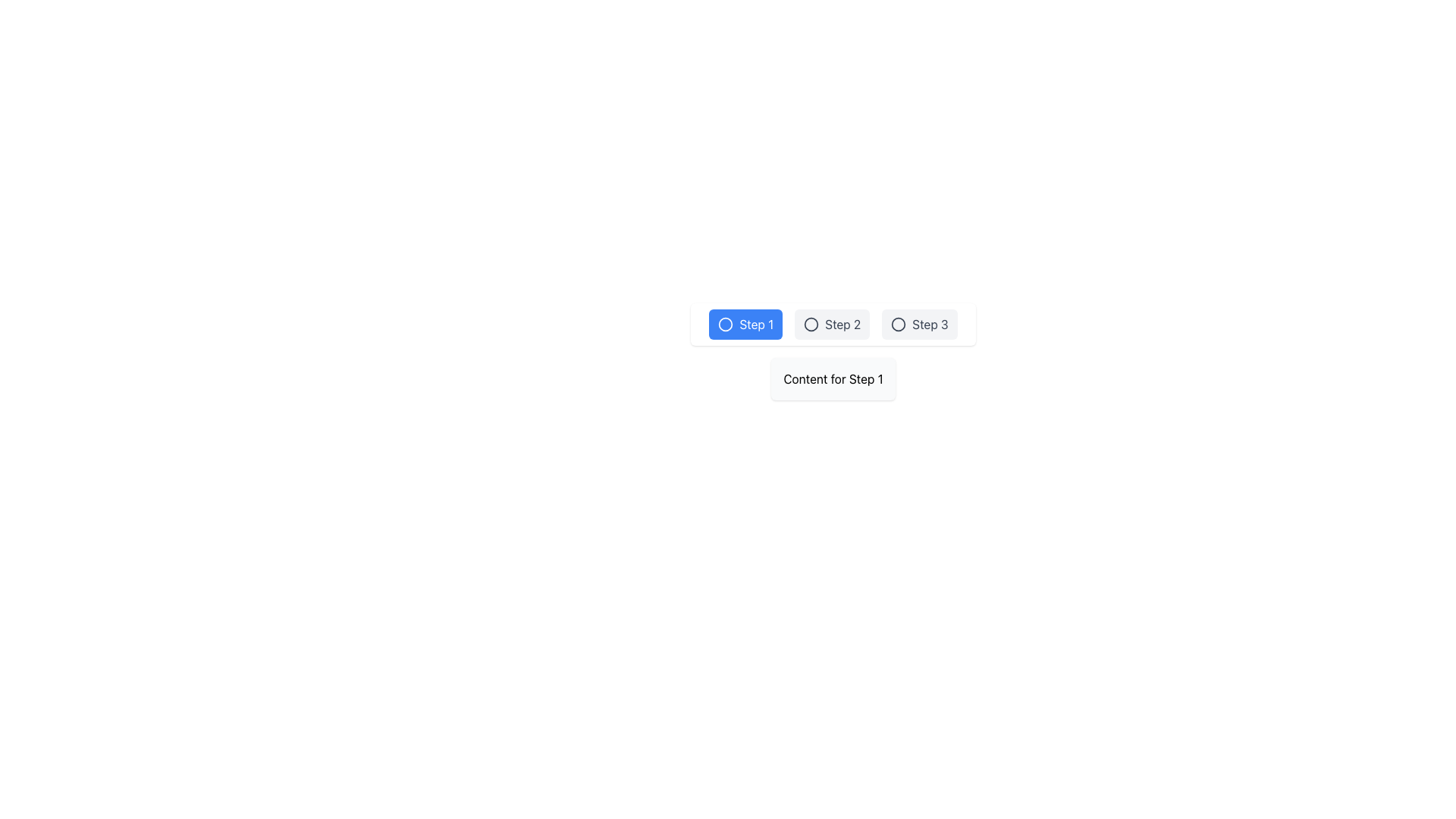 This screenshot has width=1456, height=819. Describe the element at coordinates (725, 324) in the screenshot. I see `the circular icon (SVG Circle) located directly to the left of the 'Step 1' button` at that location.